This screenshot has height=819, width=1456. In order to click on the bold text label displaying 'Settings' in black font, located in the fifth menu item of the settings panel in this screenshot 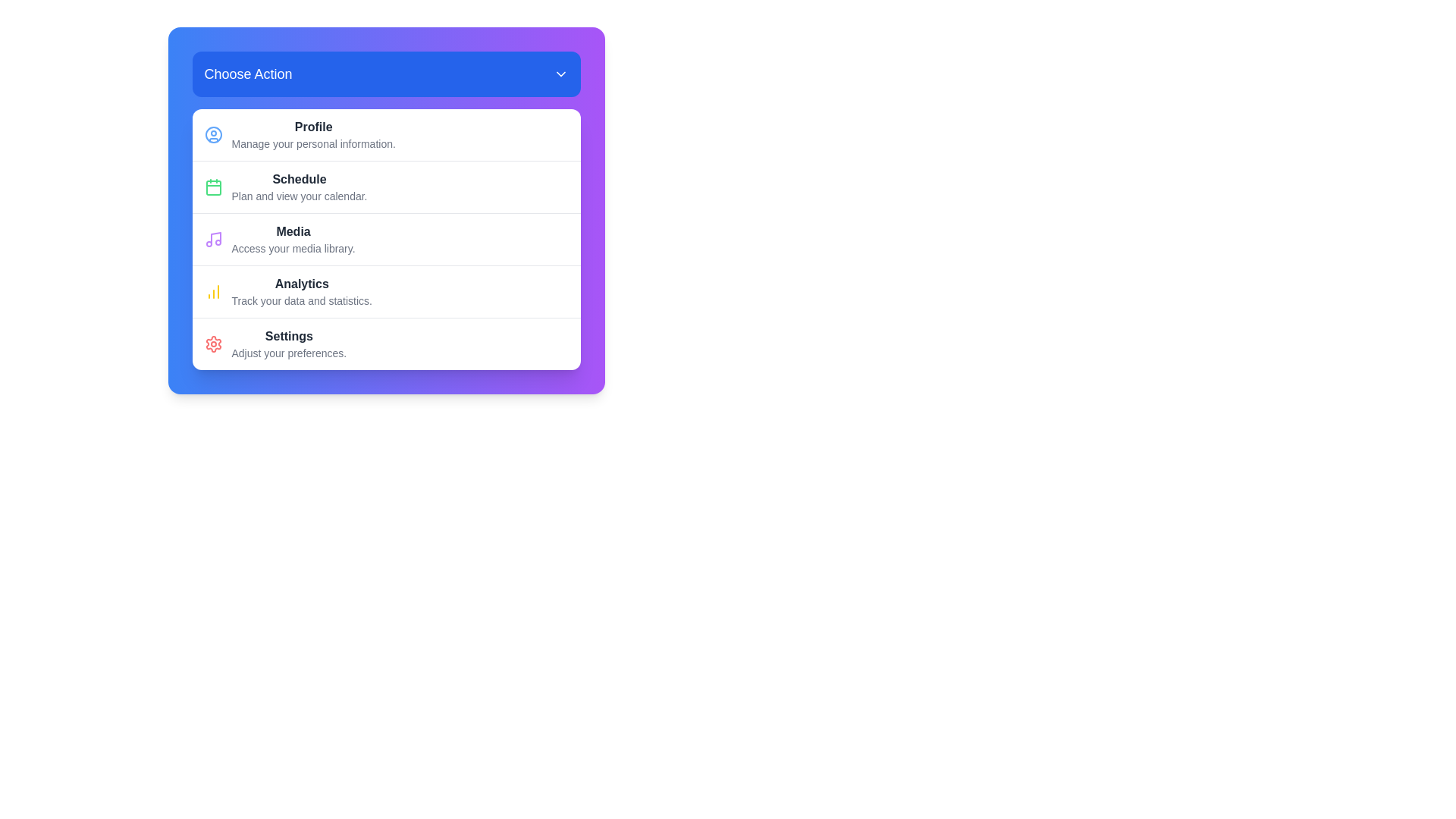, I will do `click(289, 335)`.